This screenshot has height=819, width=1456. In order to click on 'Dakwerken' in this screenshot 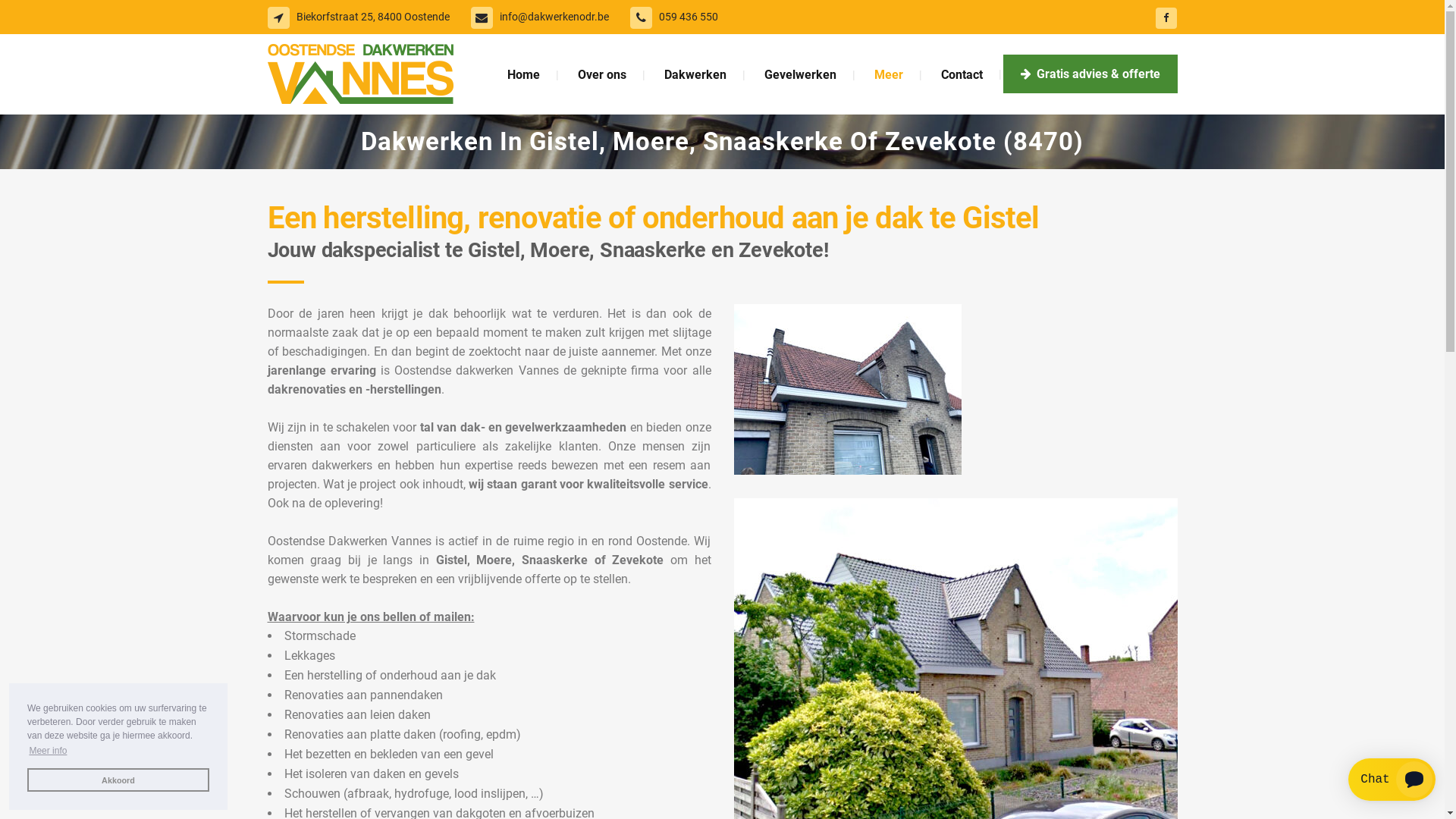, I will do `click(694, 74)`.